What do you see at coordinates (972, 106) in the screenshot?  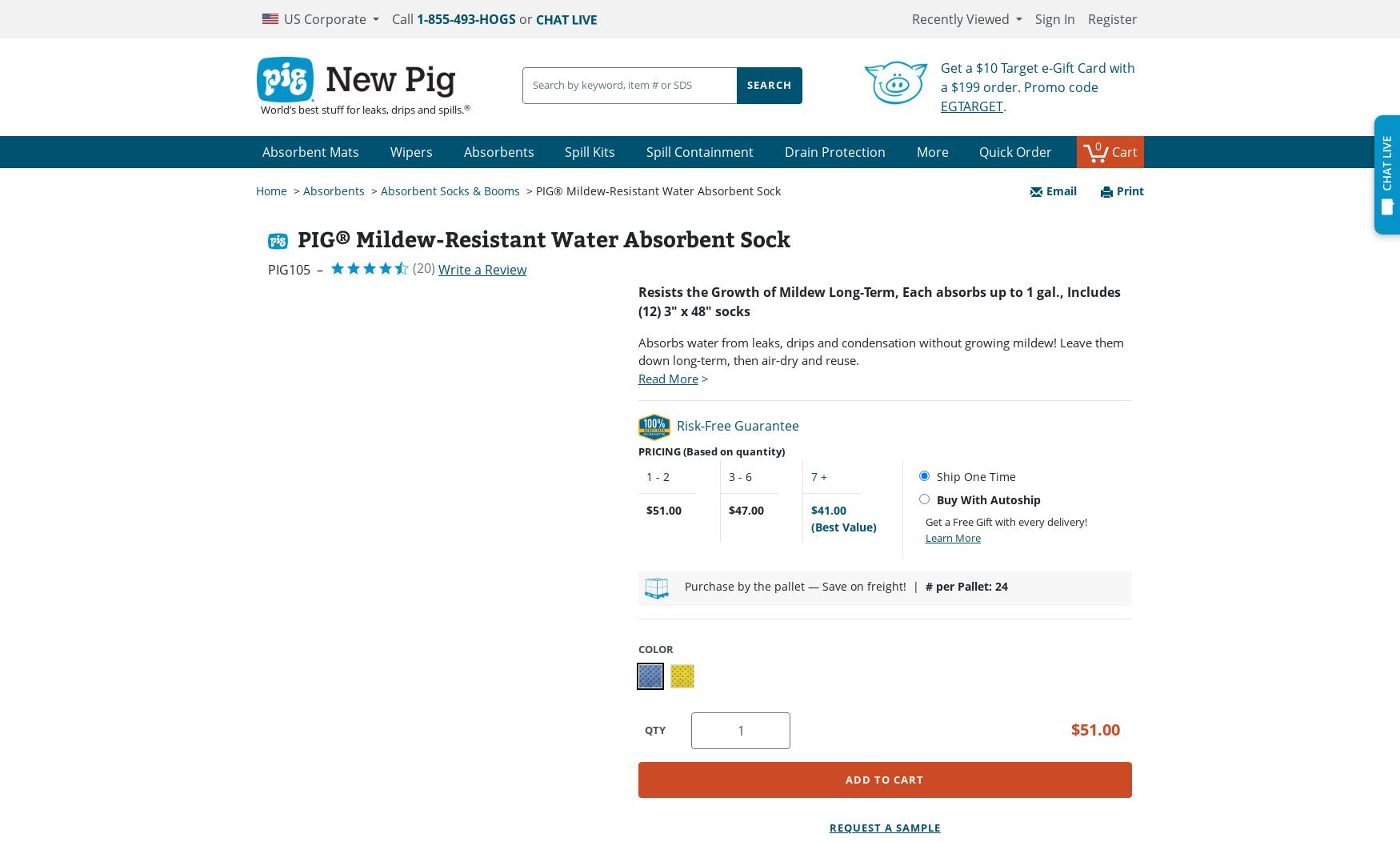 I see `'EGTARGET'` at bounding box center [972, 106].